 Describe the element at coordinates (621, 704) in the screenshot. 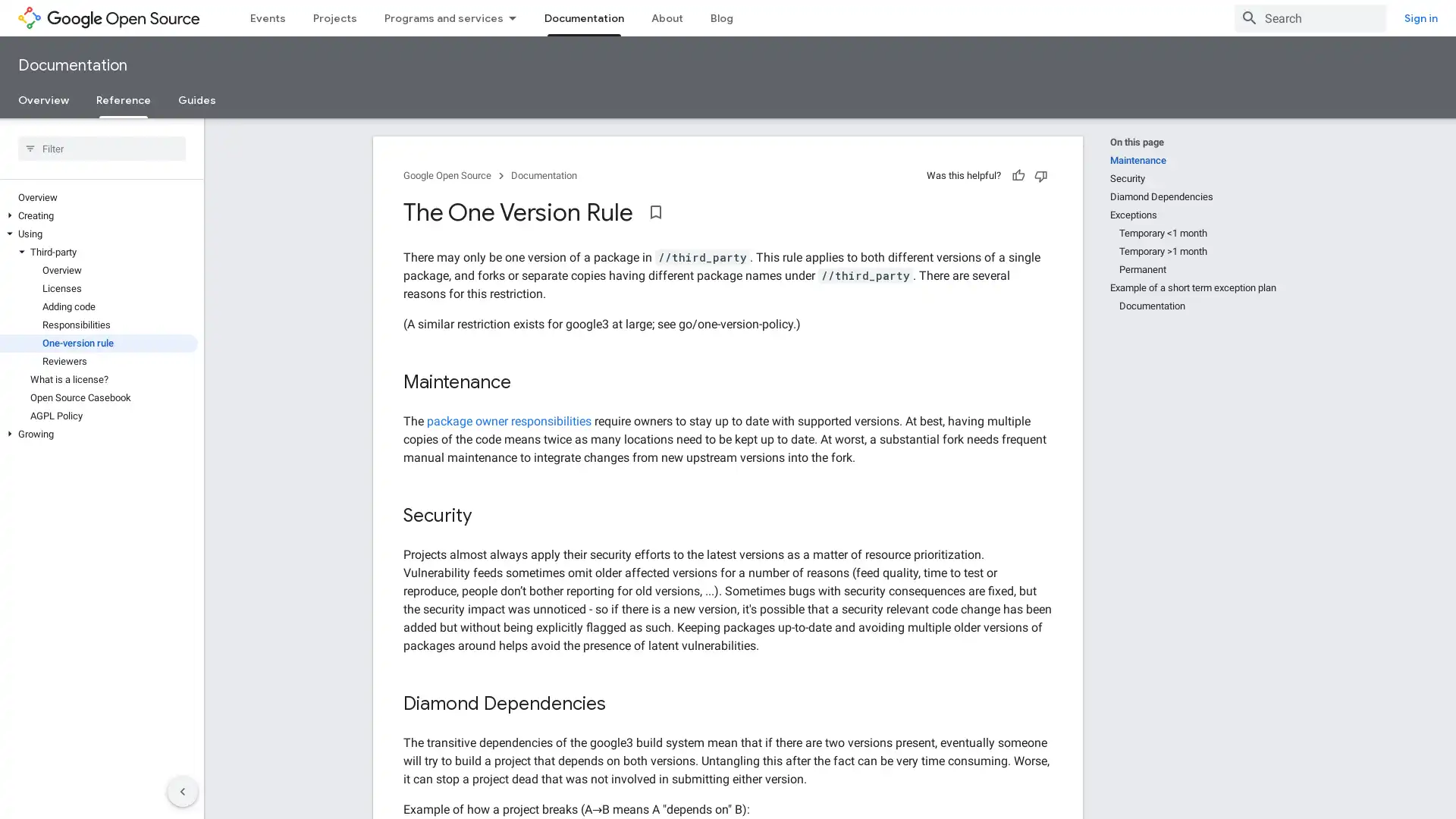

I see `Copy link to this section: Diamond Dependencies` at that location.